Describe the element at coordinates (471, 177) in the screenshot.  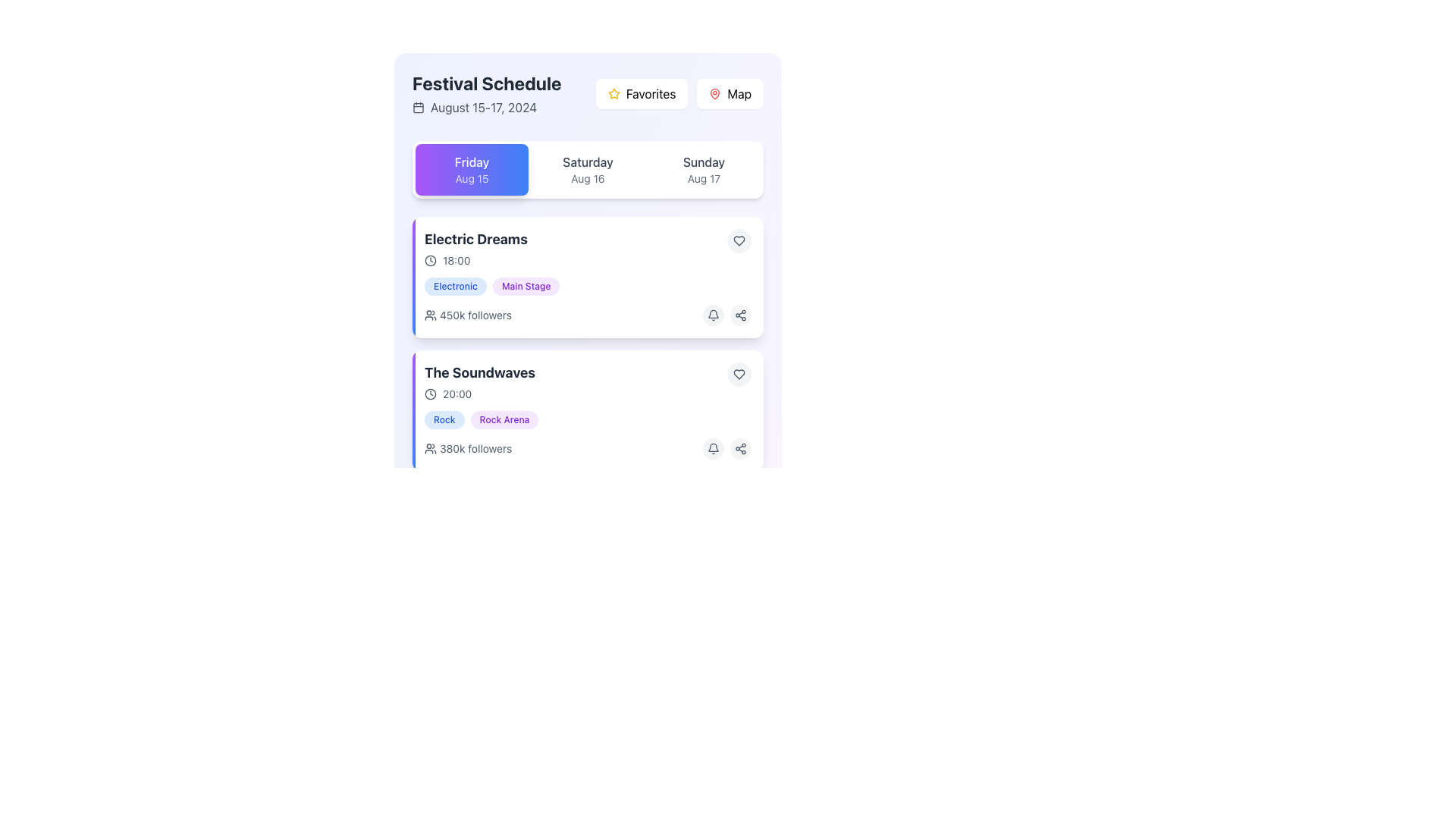
I see `the text label 'Aug 15' located within the button labeled 'Friday', which has a gradient background and is situated below the heading 'Friday'` at that location.